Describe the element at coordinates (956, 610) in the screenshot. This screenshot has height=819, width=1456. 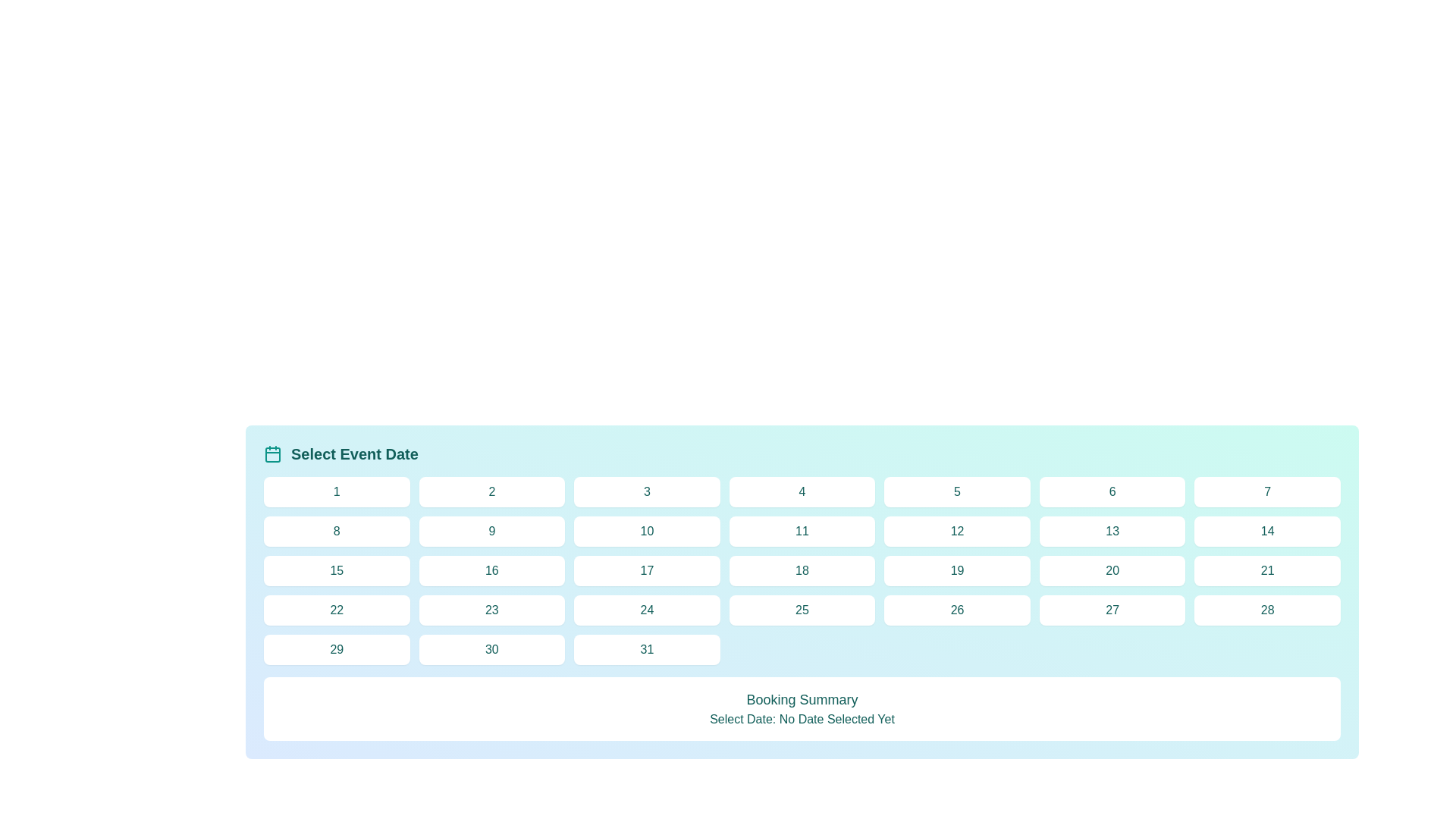
I see `the button displaying the number '26'` at that location.